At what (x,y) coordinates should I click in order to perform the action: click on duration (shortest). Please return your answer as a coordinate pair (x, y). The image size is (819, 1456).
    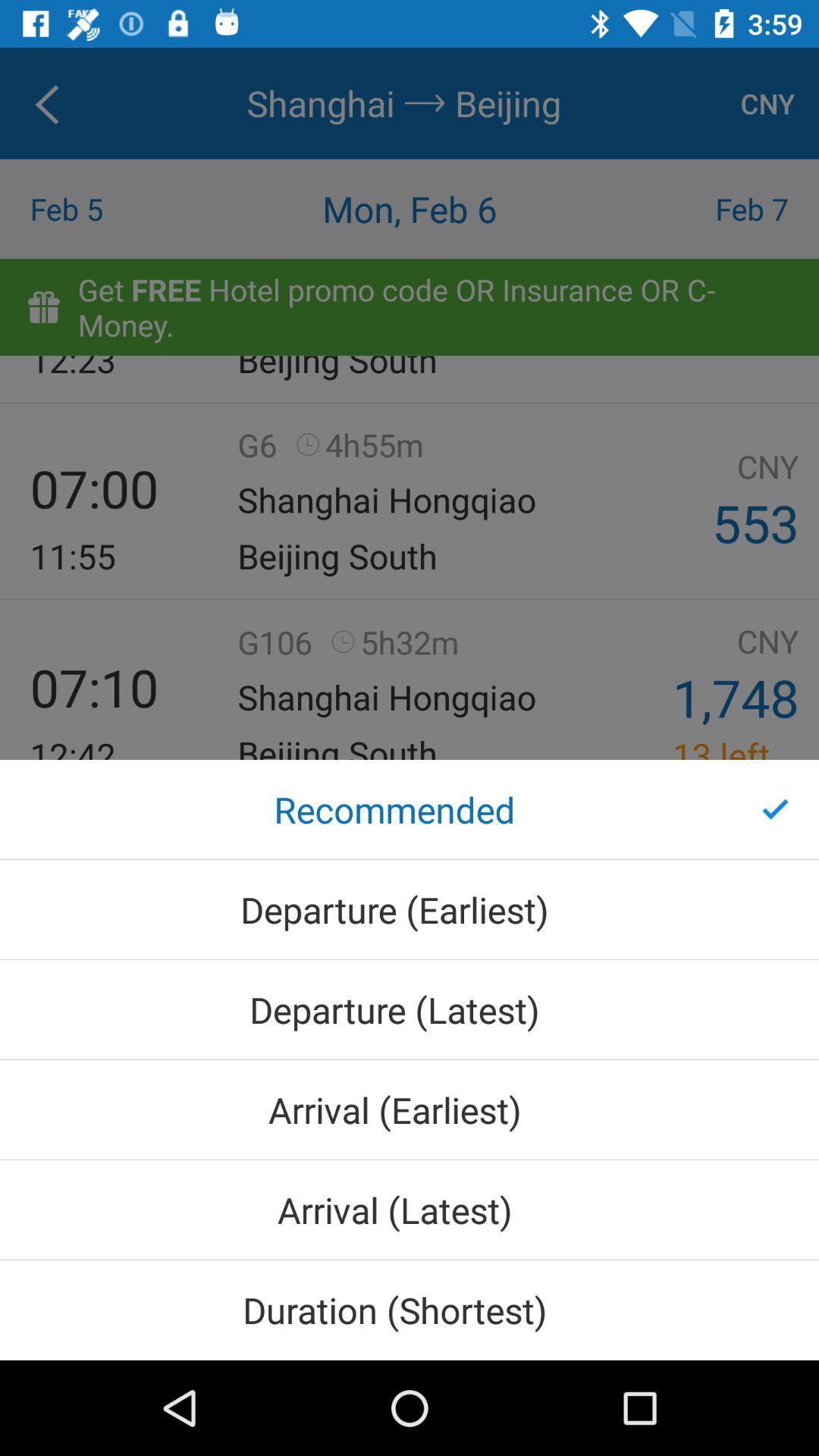
    Looking at the image, I should click on (409, 1309).